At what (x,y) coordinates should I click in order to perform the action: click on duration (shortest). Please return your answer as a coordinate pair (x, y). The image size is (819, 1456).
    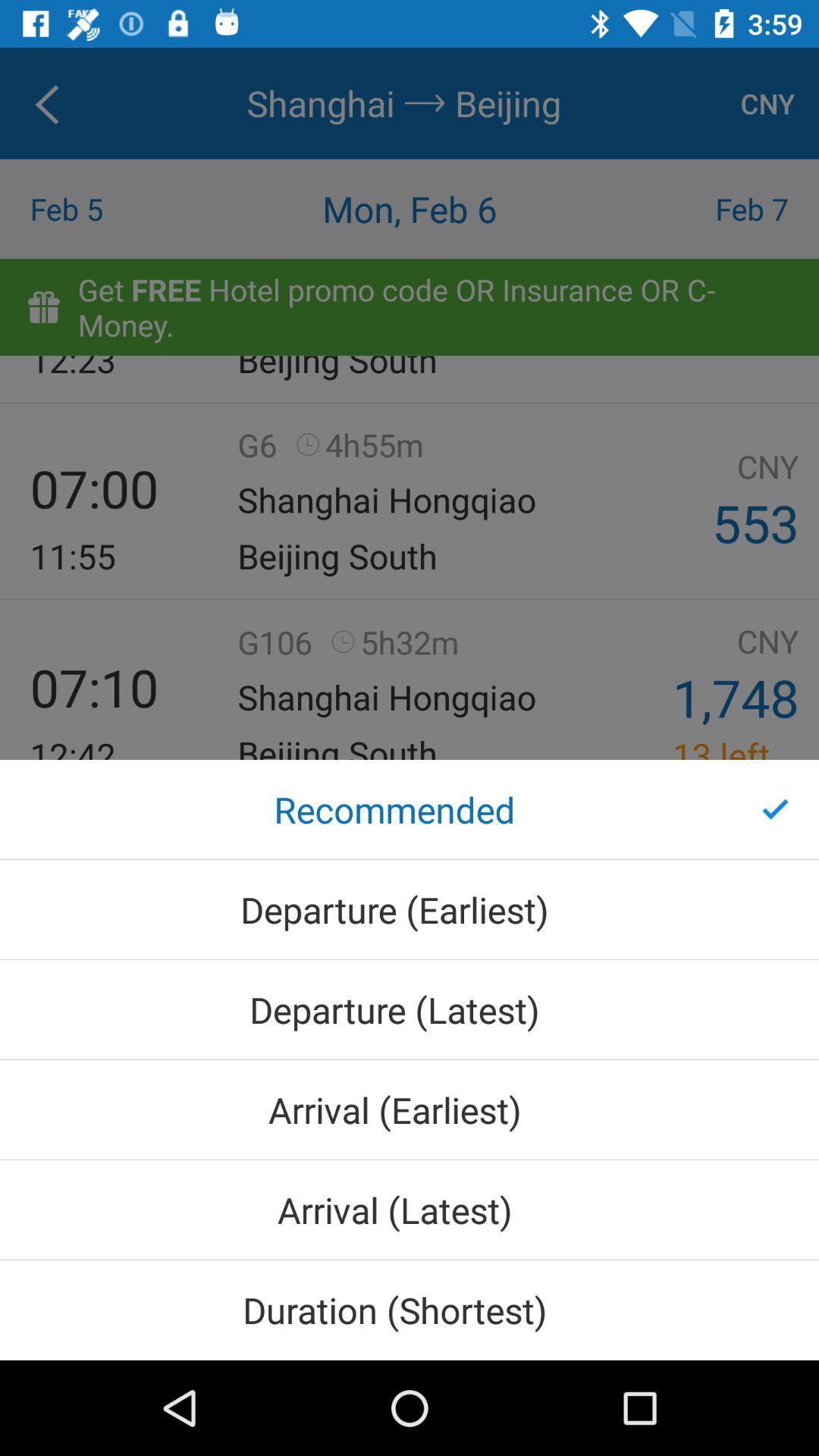
    Looking at the image, I should click on (409, 1309).